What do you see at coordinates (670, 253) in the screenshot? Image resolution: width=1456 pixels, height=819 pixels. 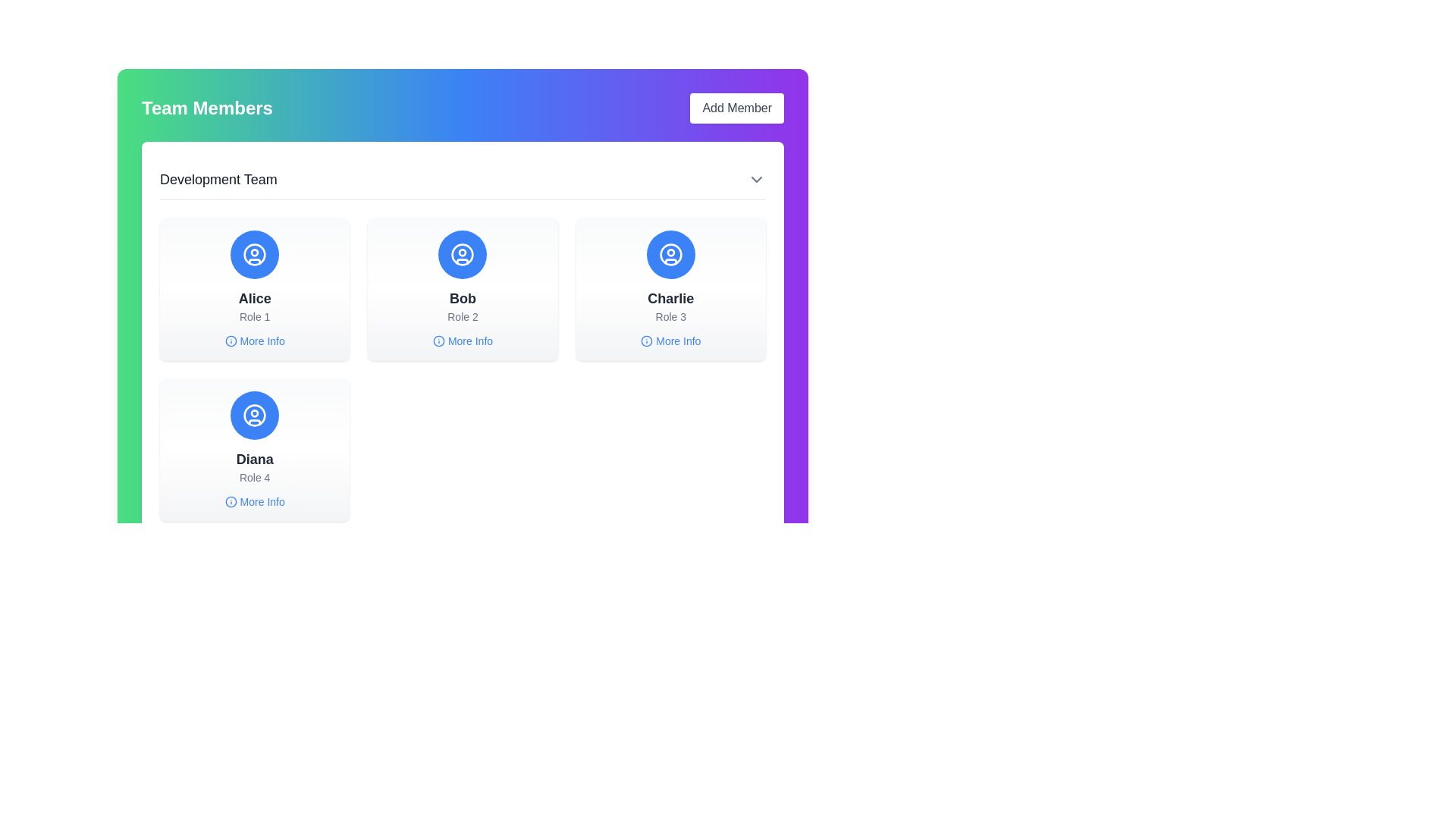 I see `the Avatar representing the user named 'Charlie', located in the top-right card of the second row in the grid layout` at bounding box center [670, 253].